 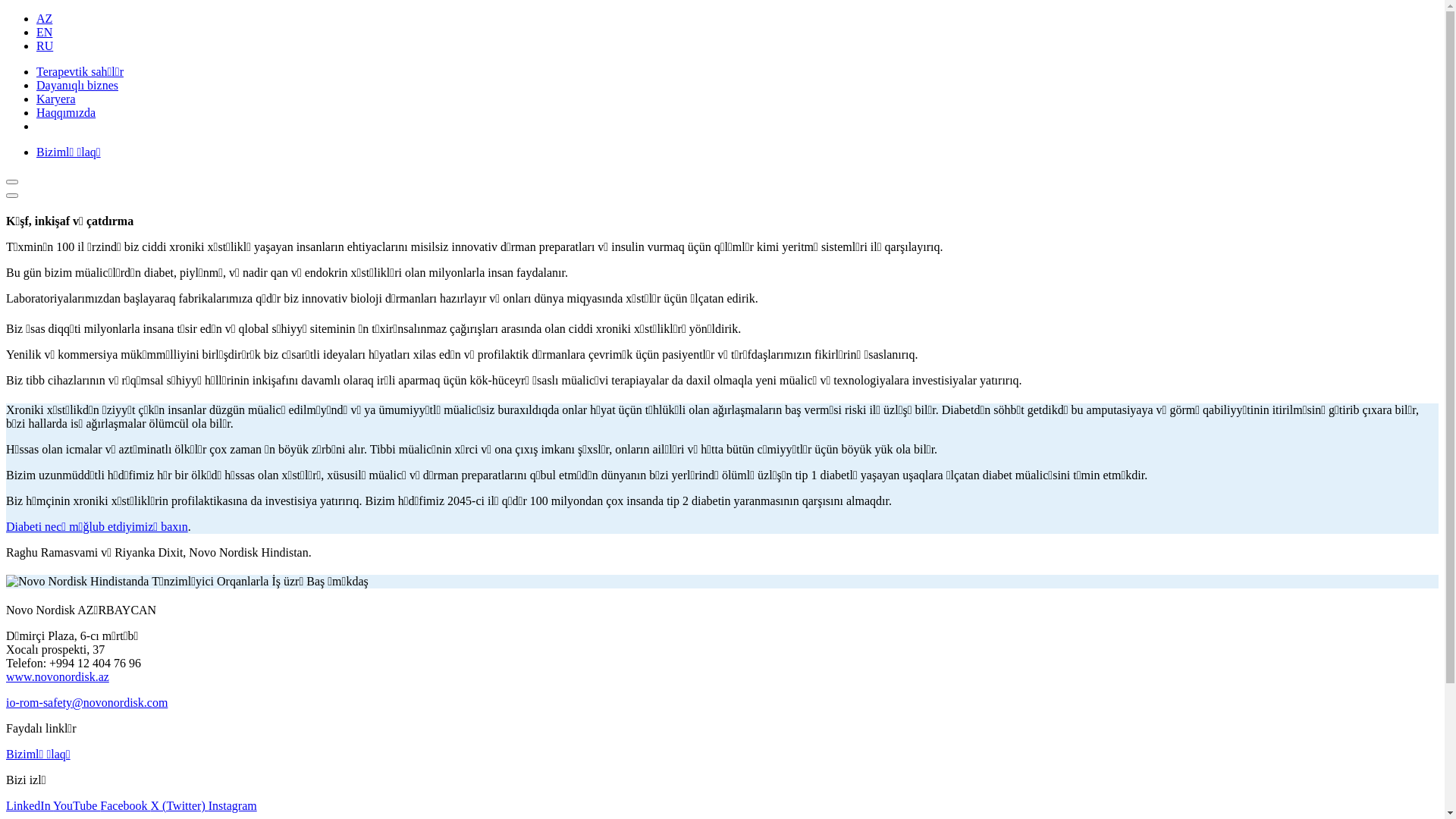 What do you see at coordinates (99, 805) in the screenshot?
I see `'Facebook'` at bounding box center [99, 805].